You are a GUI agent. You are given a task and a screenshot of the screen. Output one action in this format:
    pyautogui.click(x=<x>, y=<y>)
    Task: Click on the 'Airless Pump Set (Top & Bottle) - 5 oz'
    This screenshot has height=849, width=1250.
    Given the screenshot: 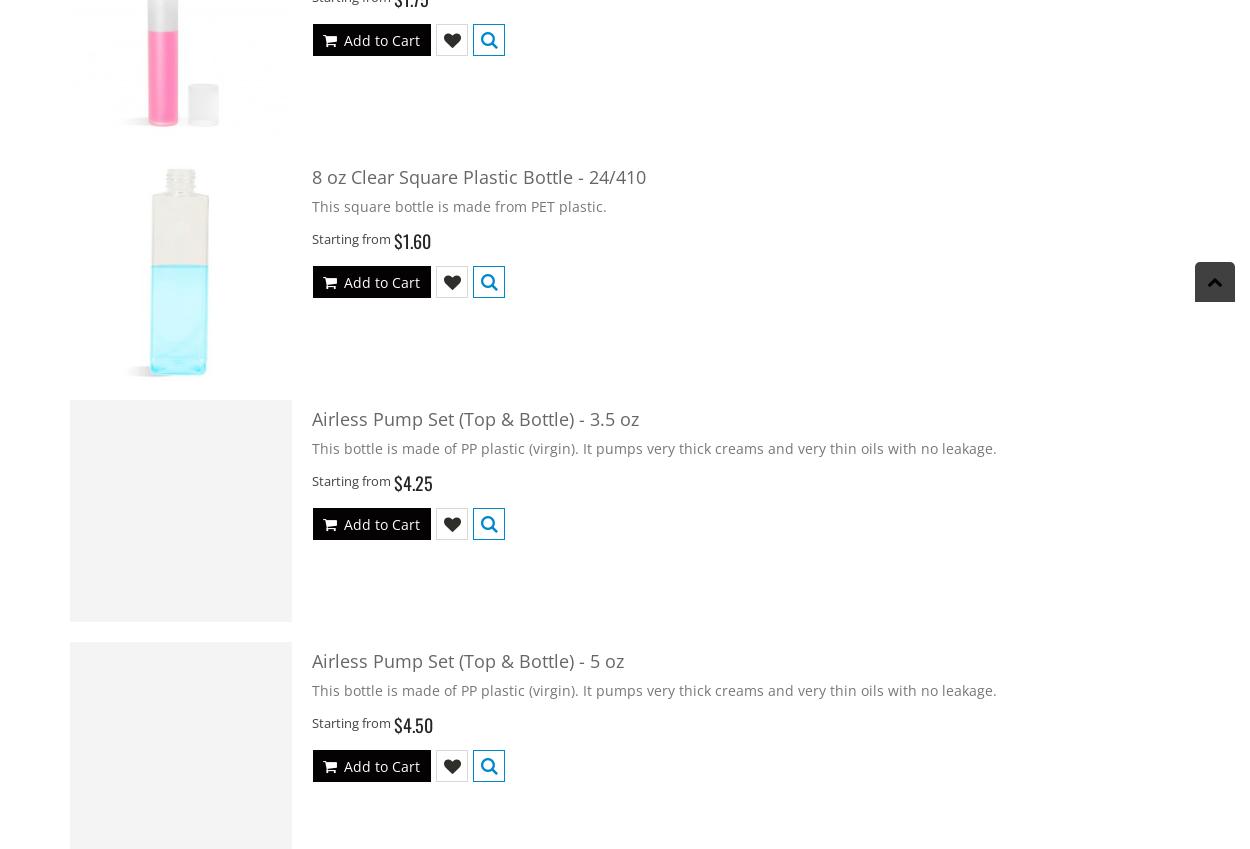 What is the action you would take?
    pyautogui.click(x=312, y=660)
    